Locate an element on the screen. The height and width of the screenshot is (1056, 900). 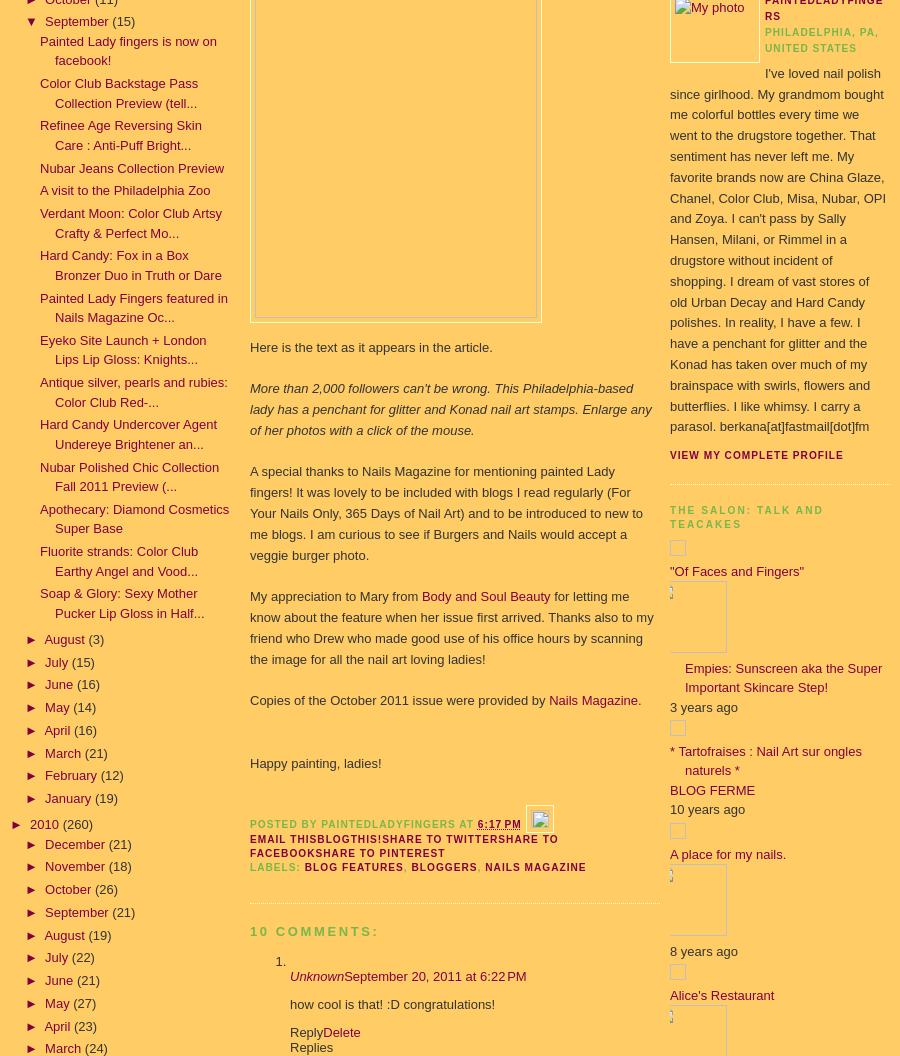
'Eyeko Site Launch + London Lips Lip Gloss: Knights...' is located at coordinates (123, 348).